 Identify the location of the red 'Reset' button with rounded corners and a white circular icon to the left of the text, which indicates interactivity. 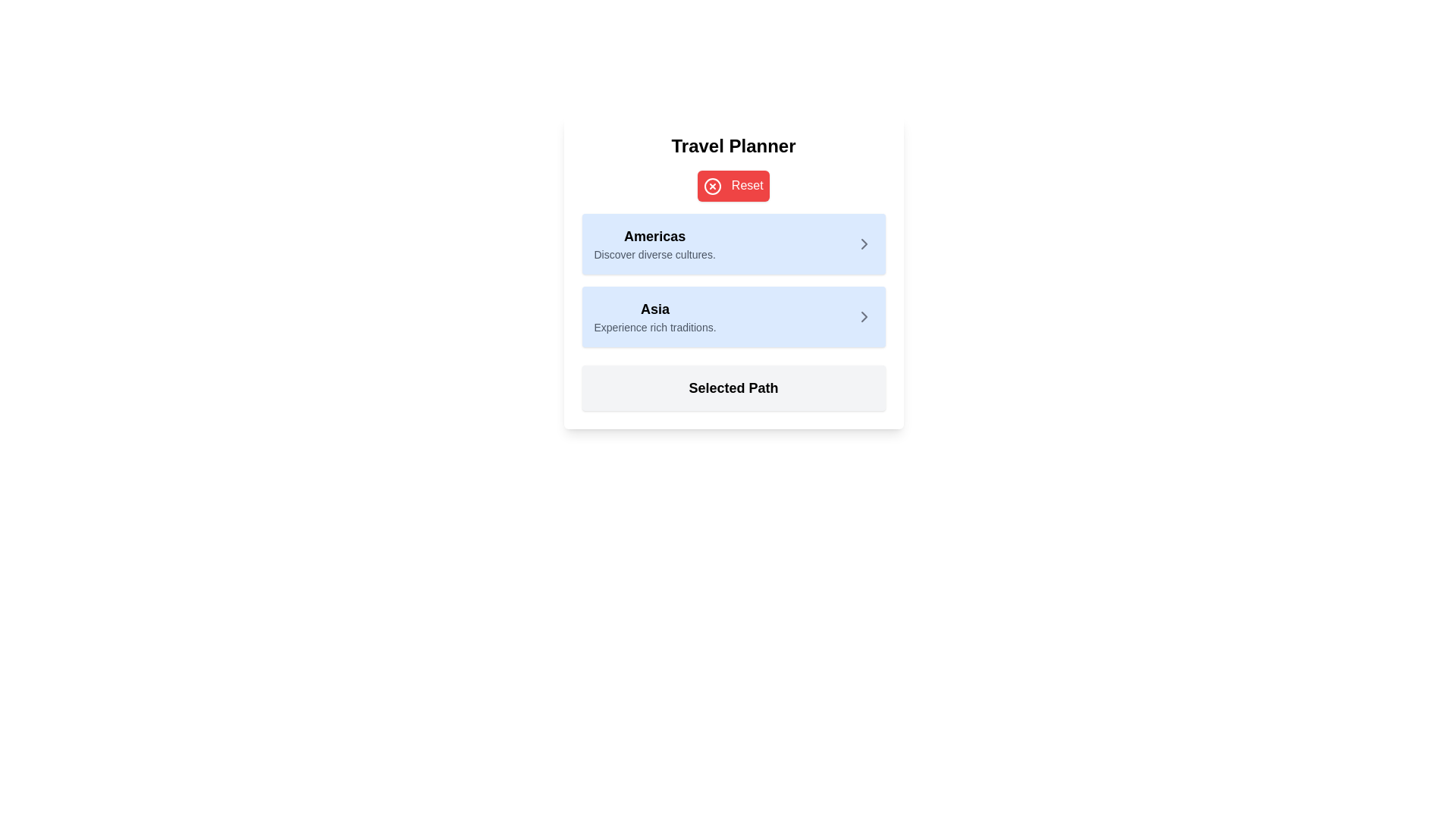
(733, 185).